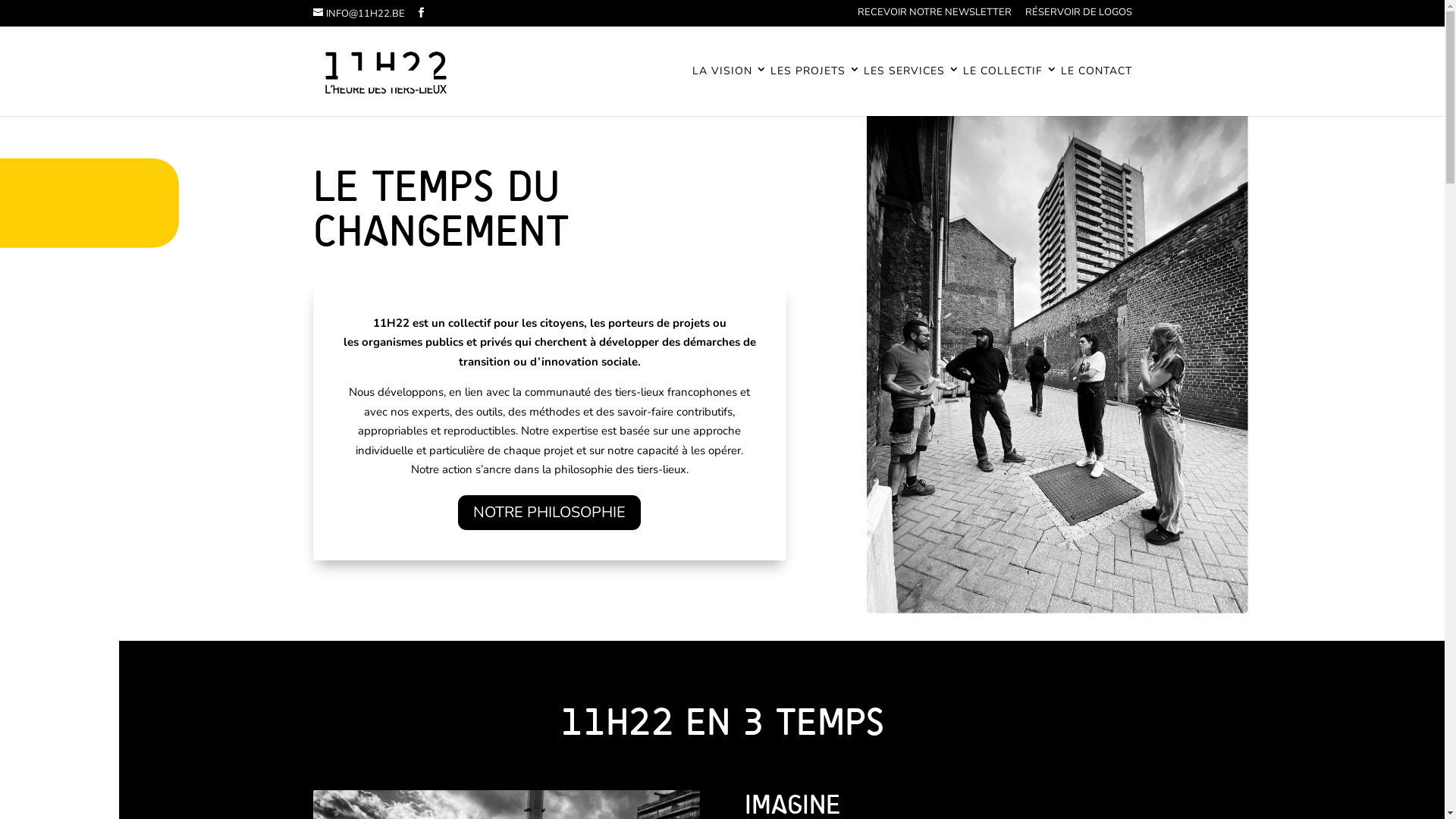 This screenshot has width=1456, height=819. I want to click on 'INFO@11H22.BE', so click(312, 14).